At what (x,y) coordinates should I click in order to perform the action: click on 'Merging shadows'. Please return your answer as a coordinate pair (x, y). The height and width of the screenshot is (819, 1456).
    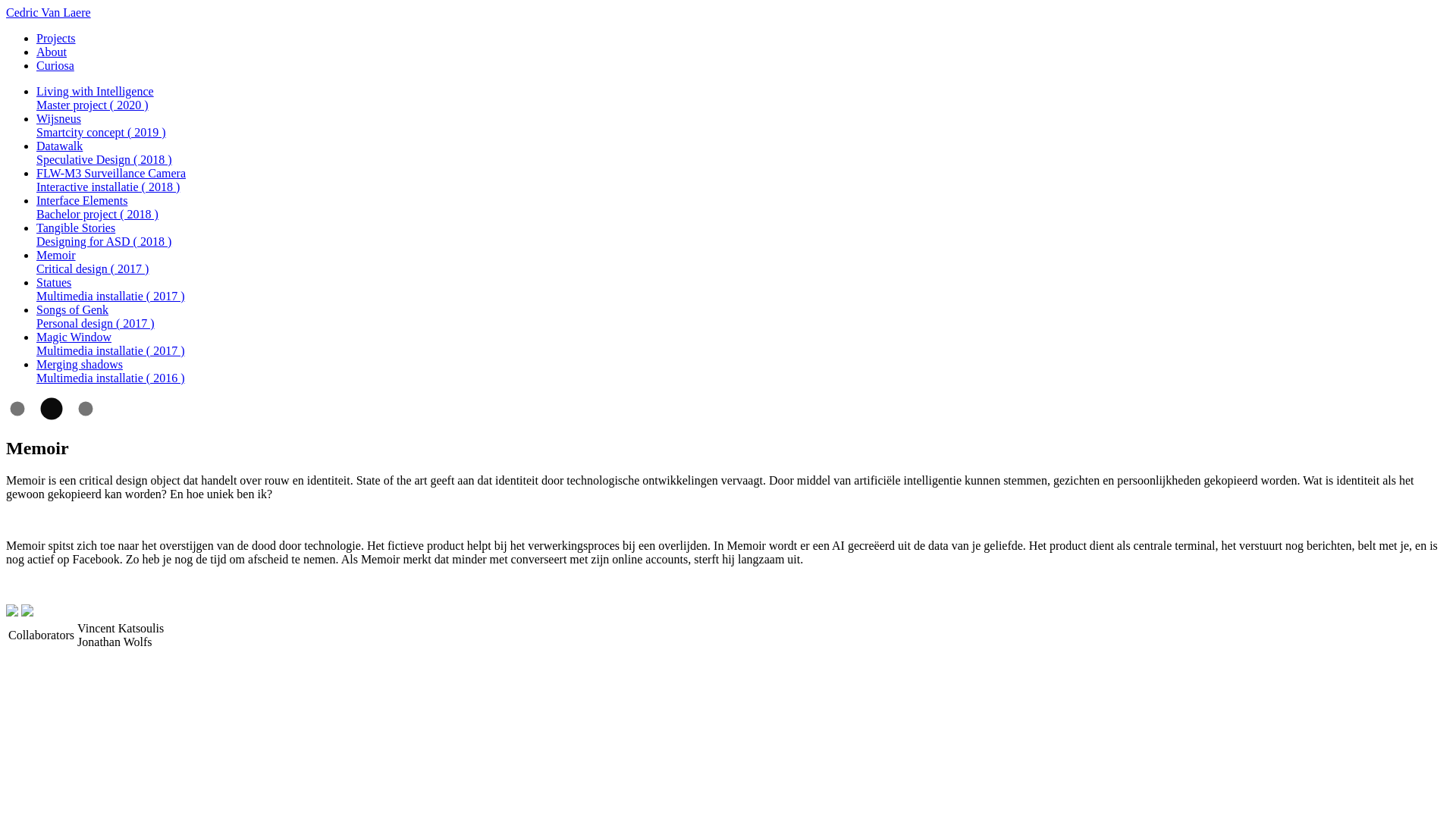
    Looking at the image, I should click on (79, 364).